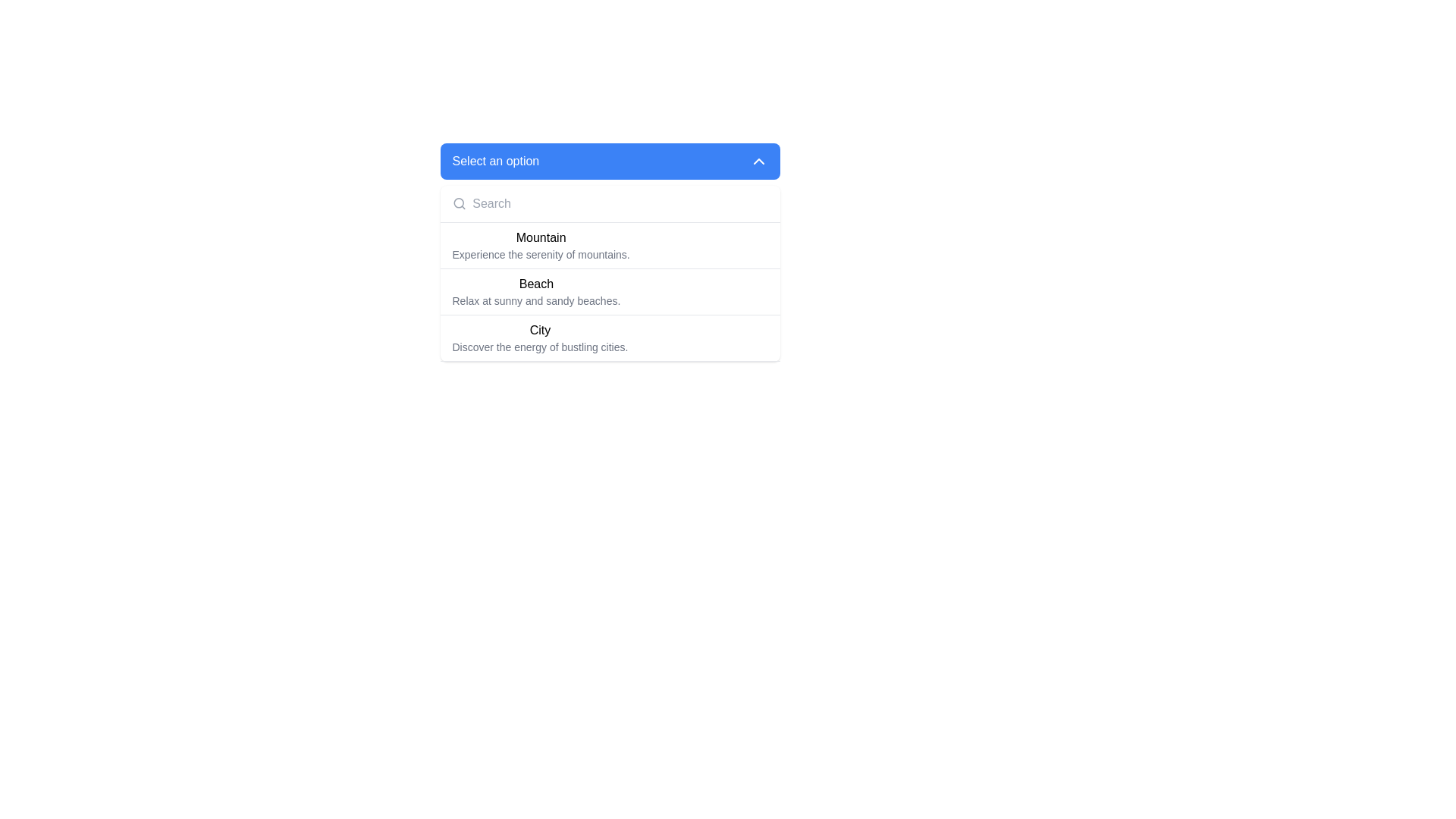  Describe the element at coordinates (540, 329) in the screenshot. I see `the bold text label reading 'City' located in the dropdown menu under the 'Select an option' header, which is the third item in the list` at that location.